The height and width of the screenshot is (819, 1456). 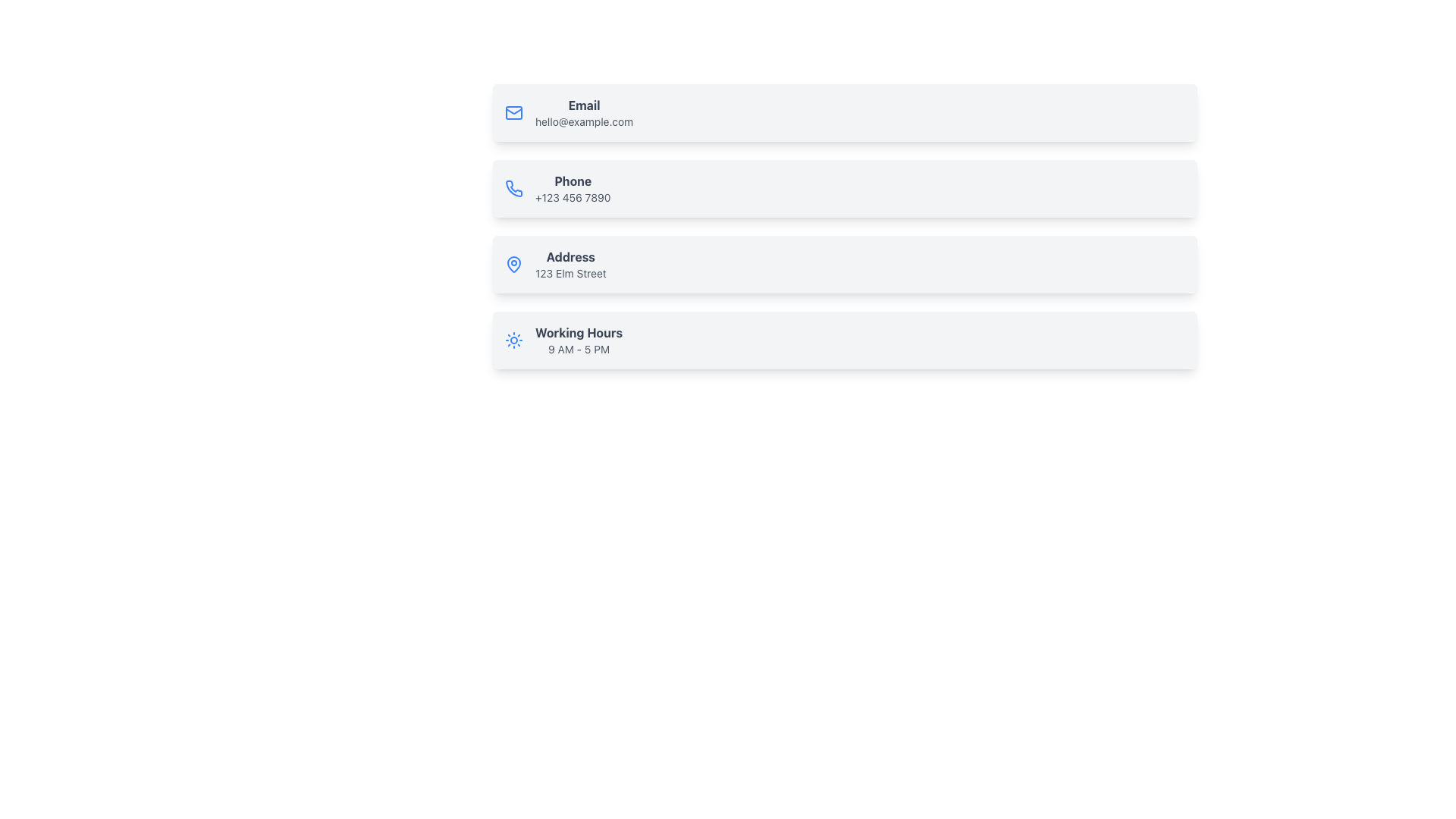 What do you see at coordinates (583, 121) in the screenshot?
I see `the email address text label located directly below the 'Email' label in the contact information section, if it is interactive` at bounding box center [583, 121].